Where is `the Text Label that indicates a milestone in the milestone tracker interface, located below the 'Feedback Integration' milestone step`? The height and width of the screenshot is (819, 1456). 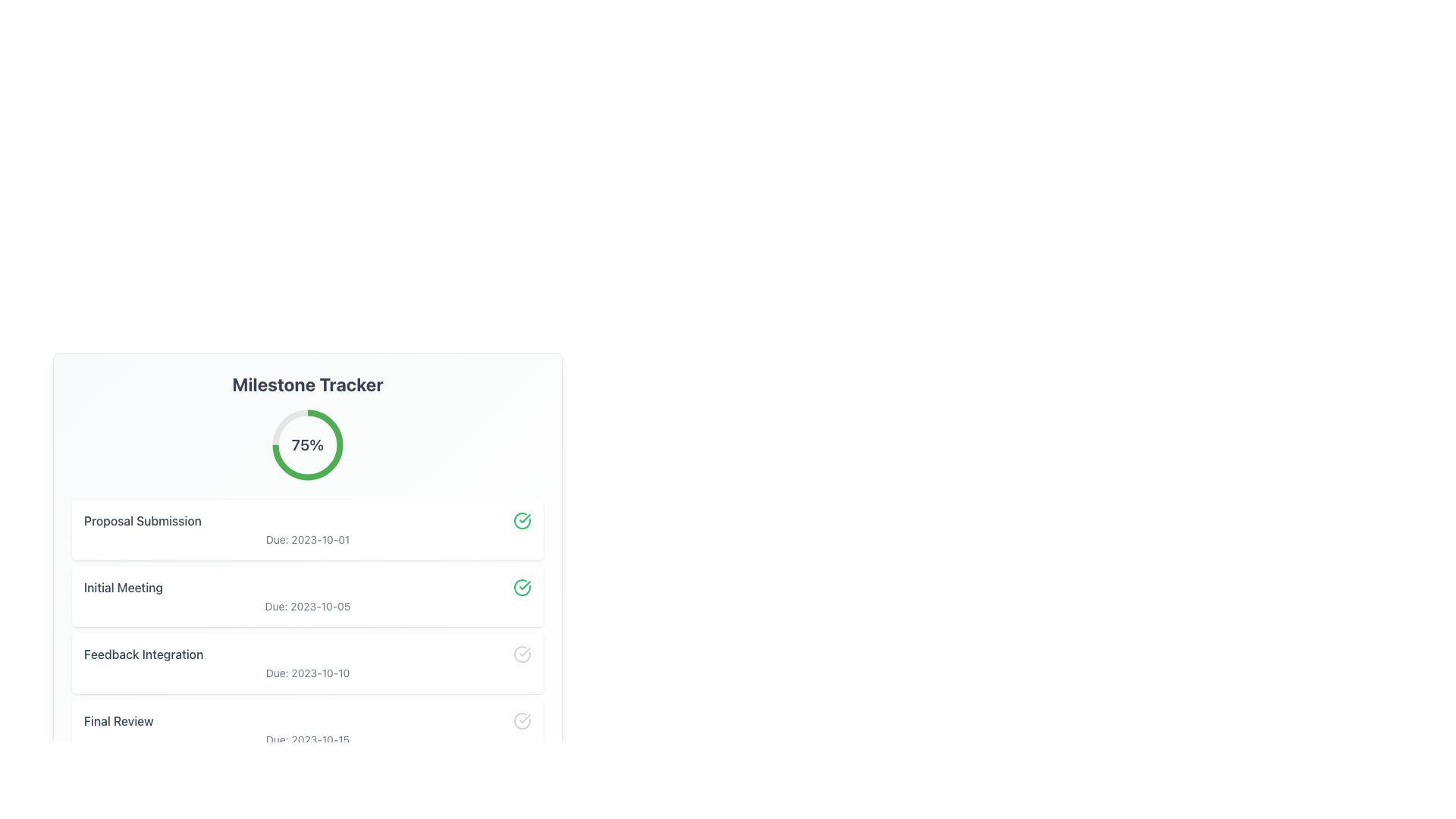 the Text Label that indicates a milestone in the milestone tracker interface, located below the 'Feedback Integration' milestone step is located at coordinates (118, 720).